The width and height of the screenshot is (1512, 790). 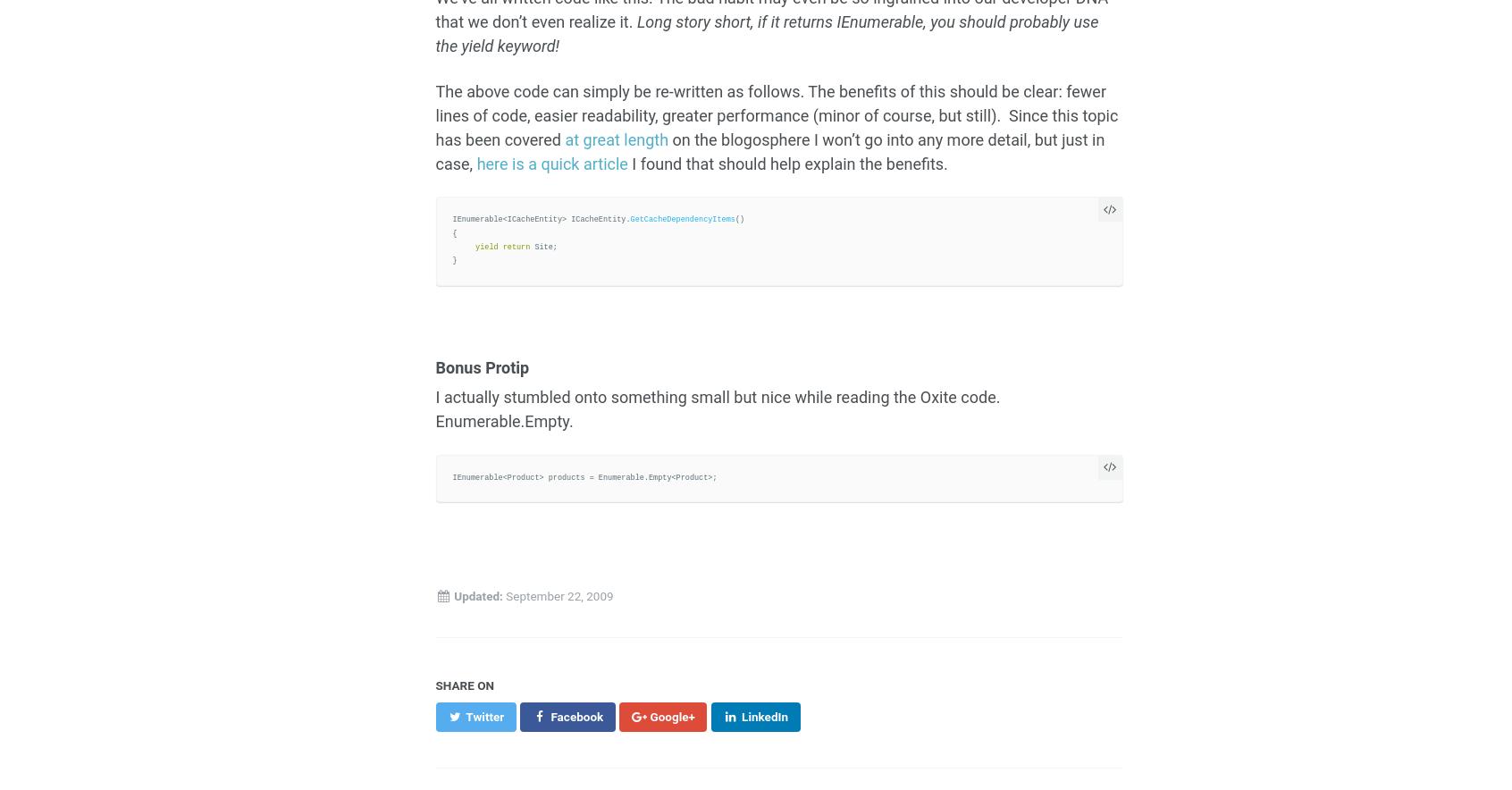 What do you see at coordinates (550, 245) in the screenshot?
I see `';'` at bounding box center [550, 245].